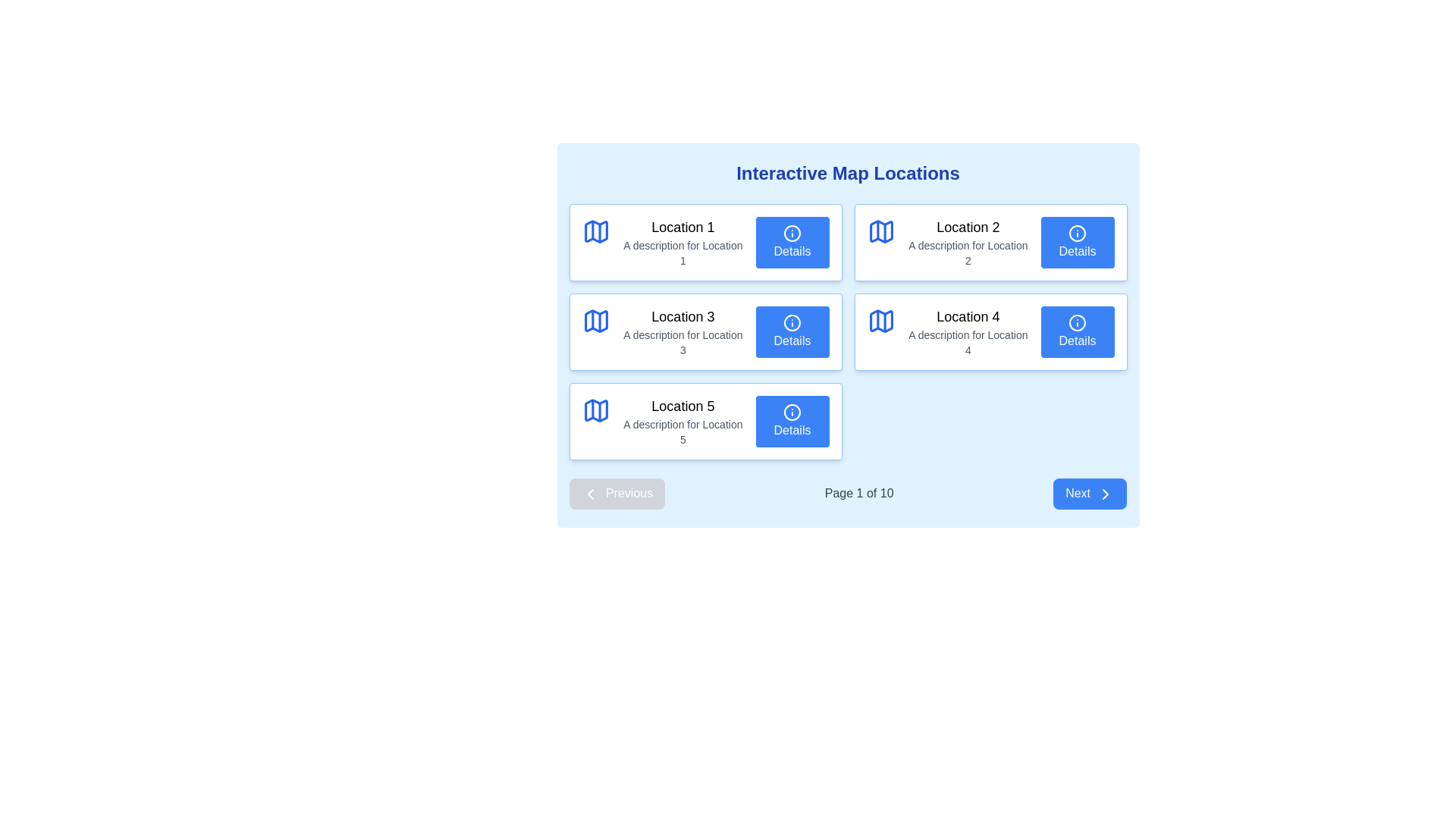  I want to click on the button located, so click(1076, 242).